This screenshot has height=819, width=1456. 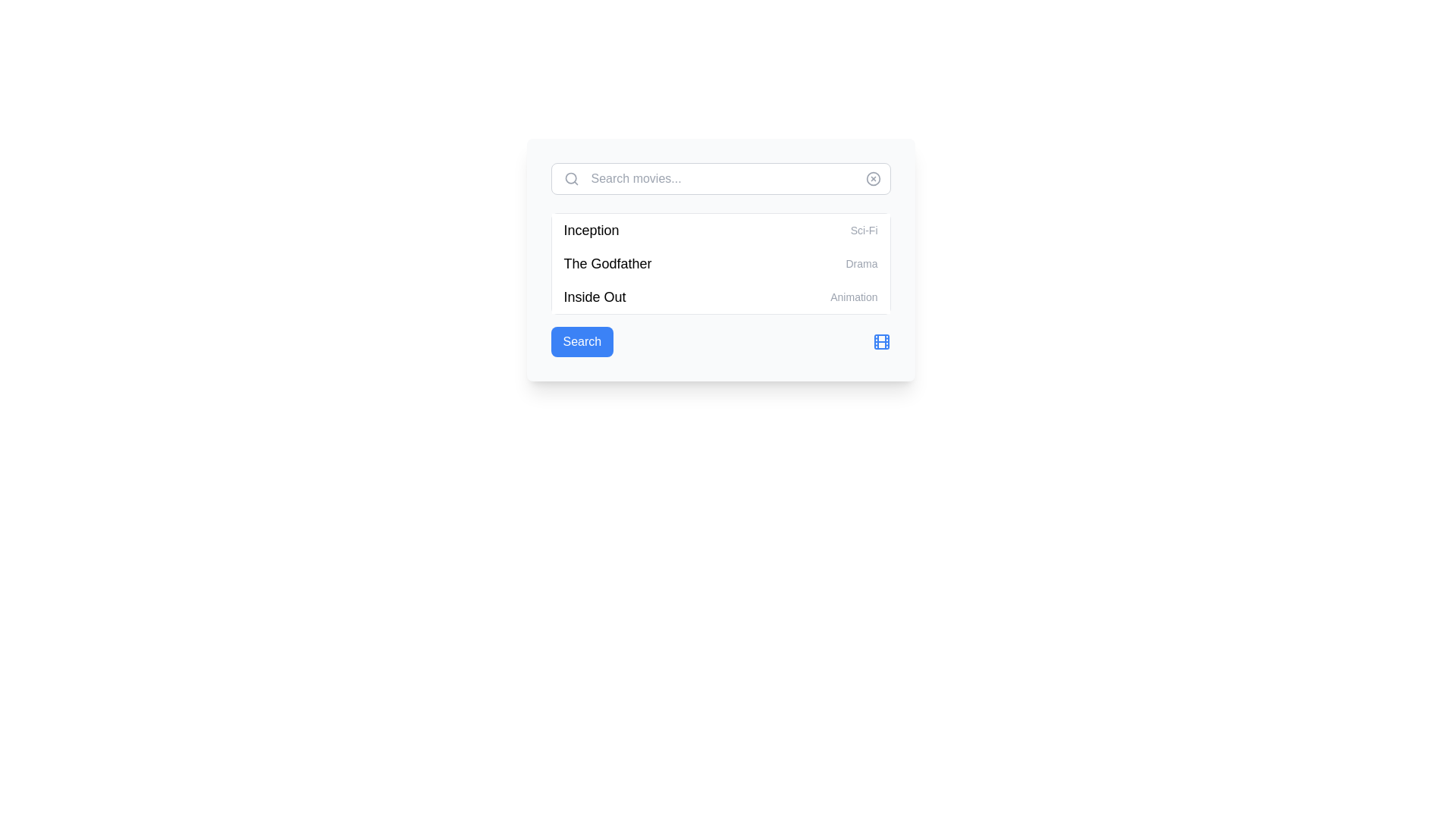 What do you see at coordinates (591, 231) in the screenshot?
I see `the text label 'Inception'` at bounding box center [591, 231].